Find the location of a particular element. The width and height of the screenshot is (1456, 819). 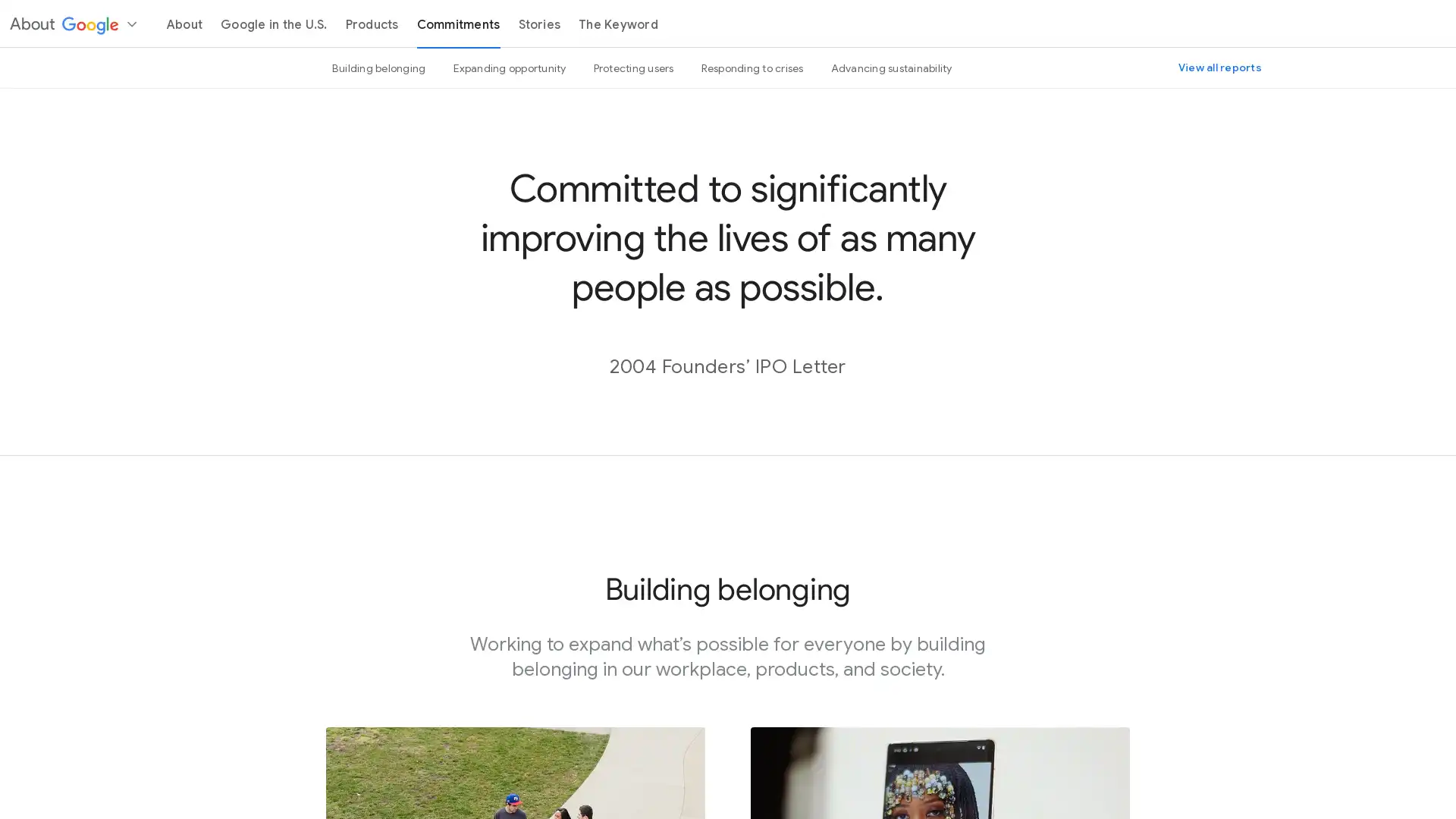

Building belonging is located at coordinates (378, 67).